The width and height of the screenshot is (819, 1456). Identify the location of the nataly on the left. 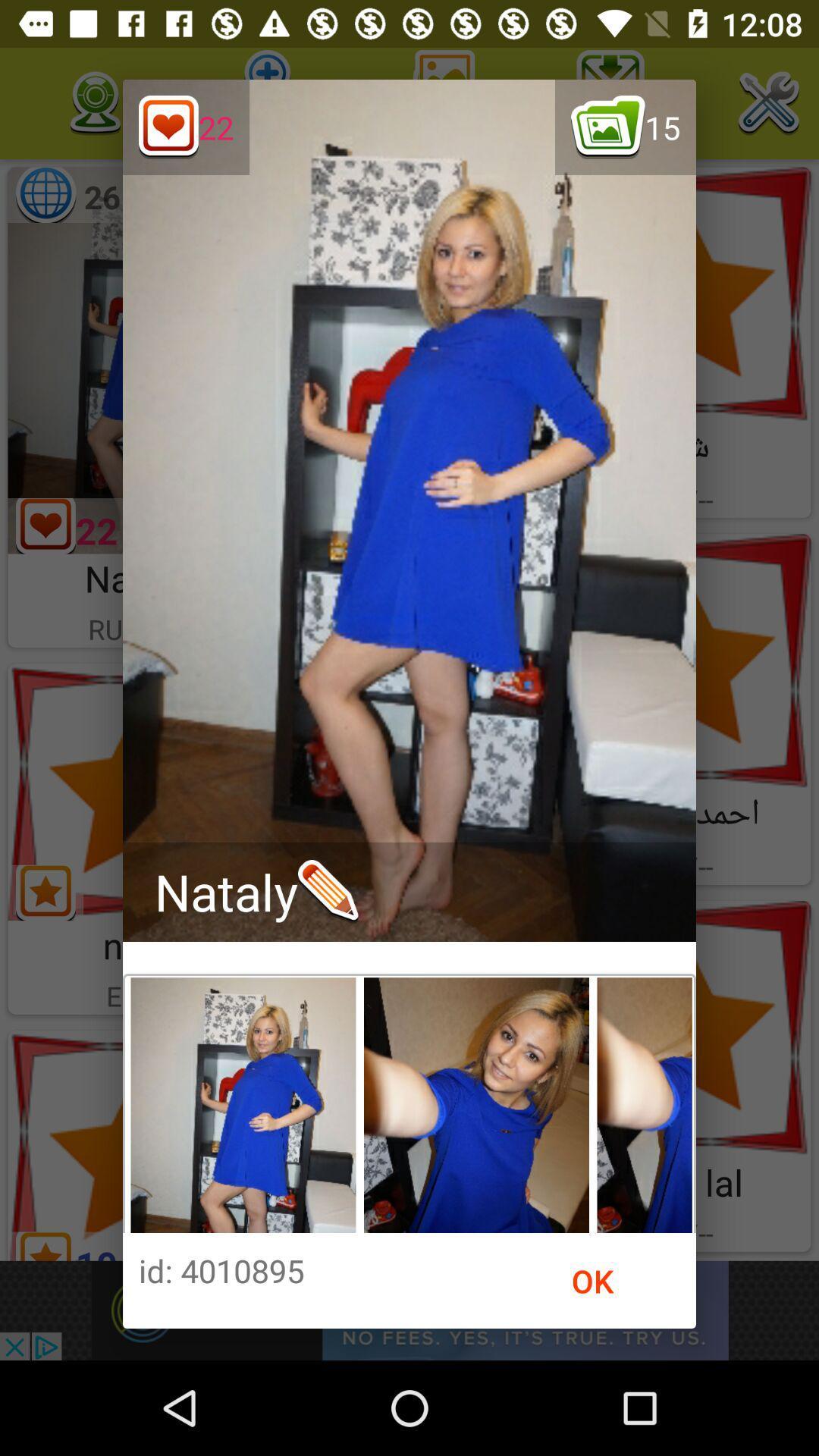
(256, 892).